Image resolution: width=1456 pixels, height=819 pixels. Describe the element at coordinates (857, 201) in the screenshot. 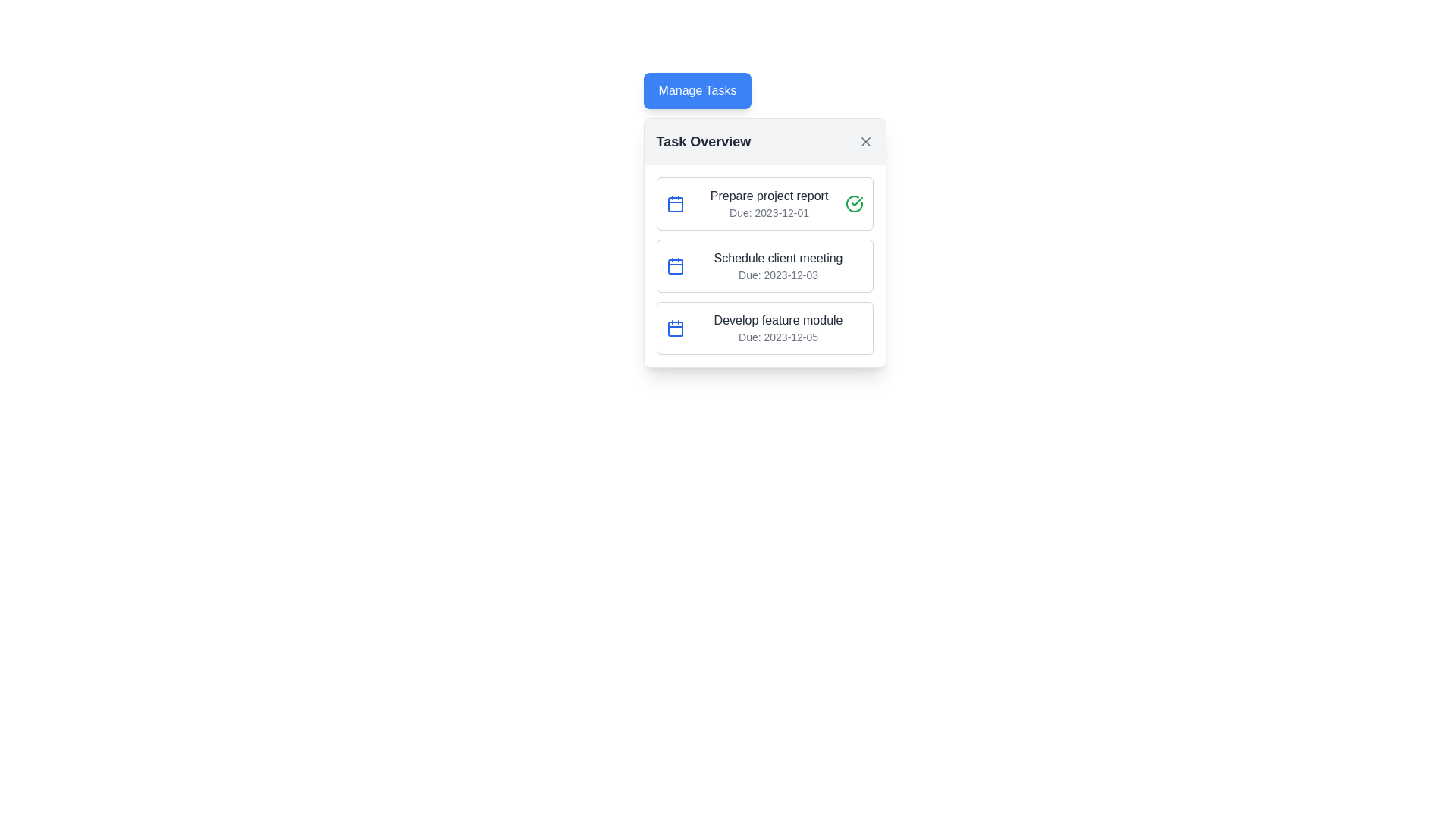

I see `the status icon that indicates a completed or verified status for the task item 'Prepare project report', located near the top-right corner of the task item` at that location.